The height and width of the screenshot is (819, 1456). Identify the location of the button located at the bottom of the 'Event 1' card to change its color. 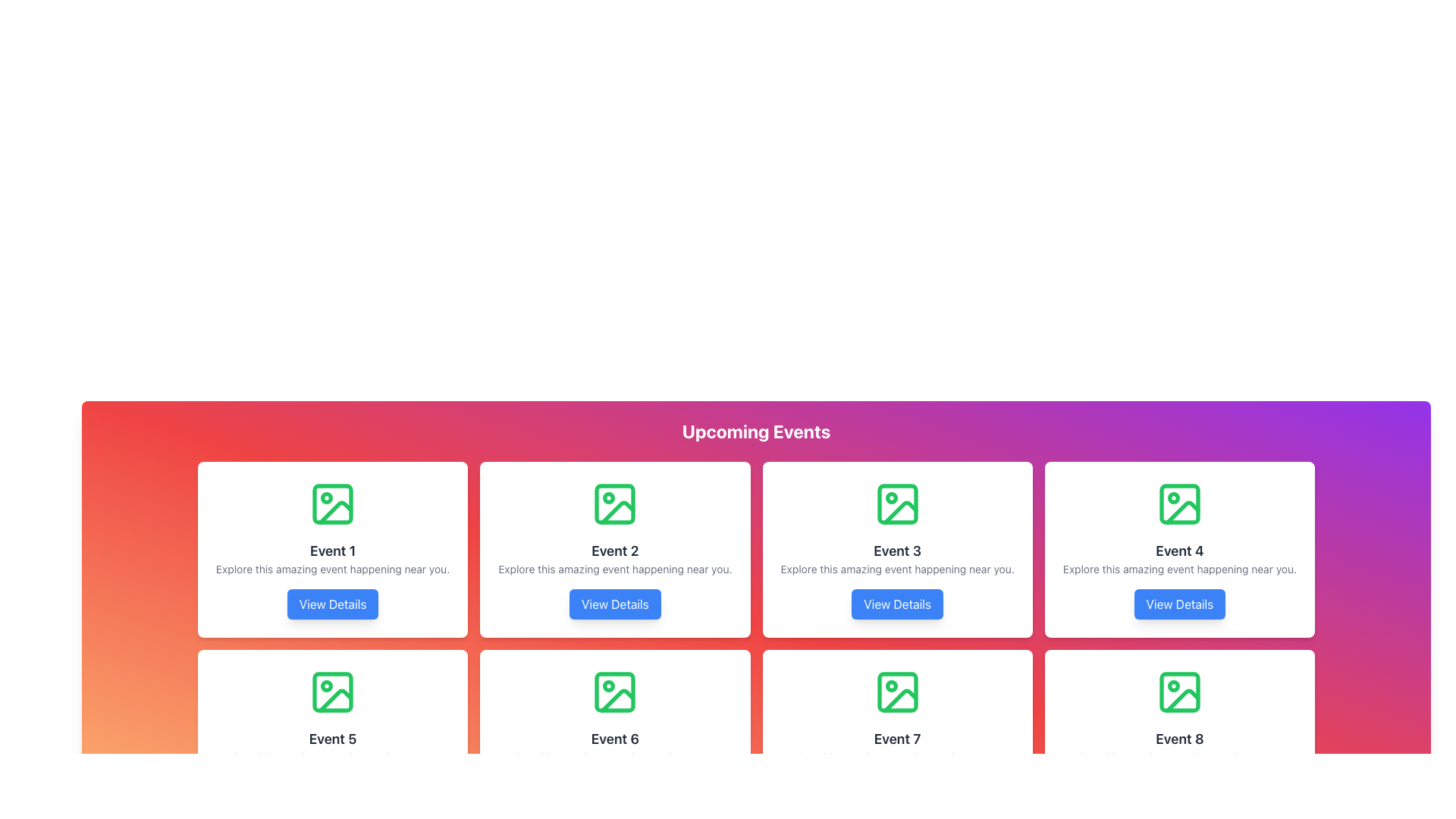
(332, 604).